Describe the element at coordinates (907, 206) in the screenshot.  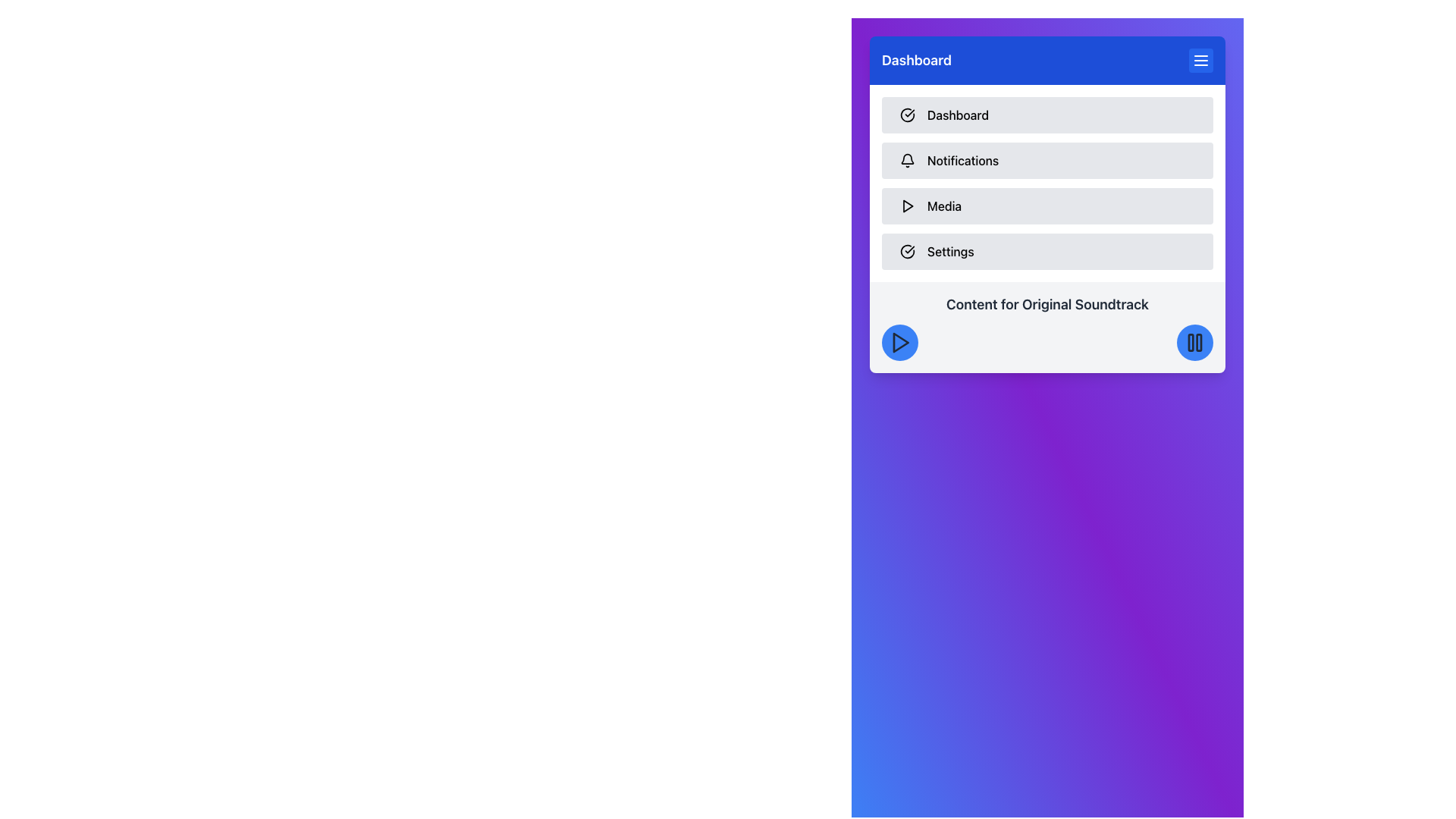
I see `the decorative 'play' icon located to the left of the 'Media' text label in the navigation options` at that location.